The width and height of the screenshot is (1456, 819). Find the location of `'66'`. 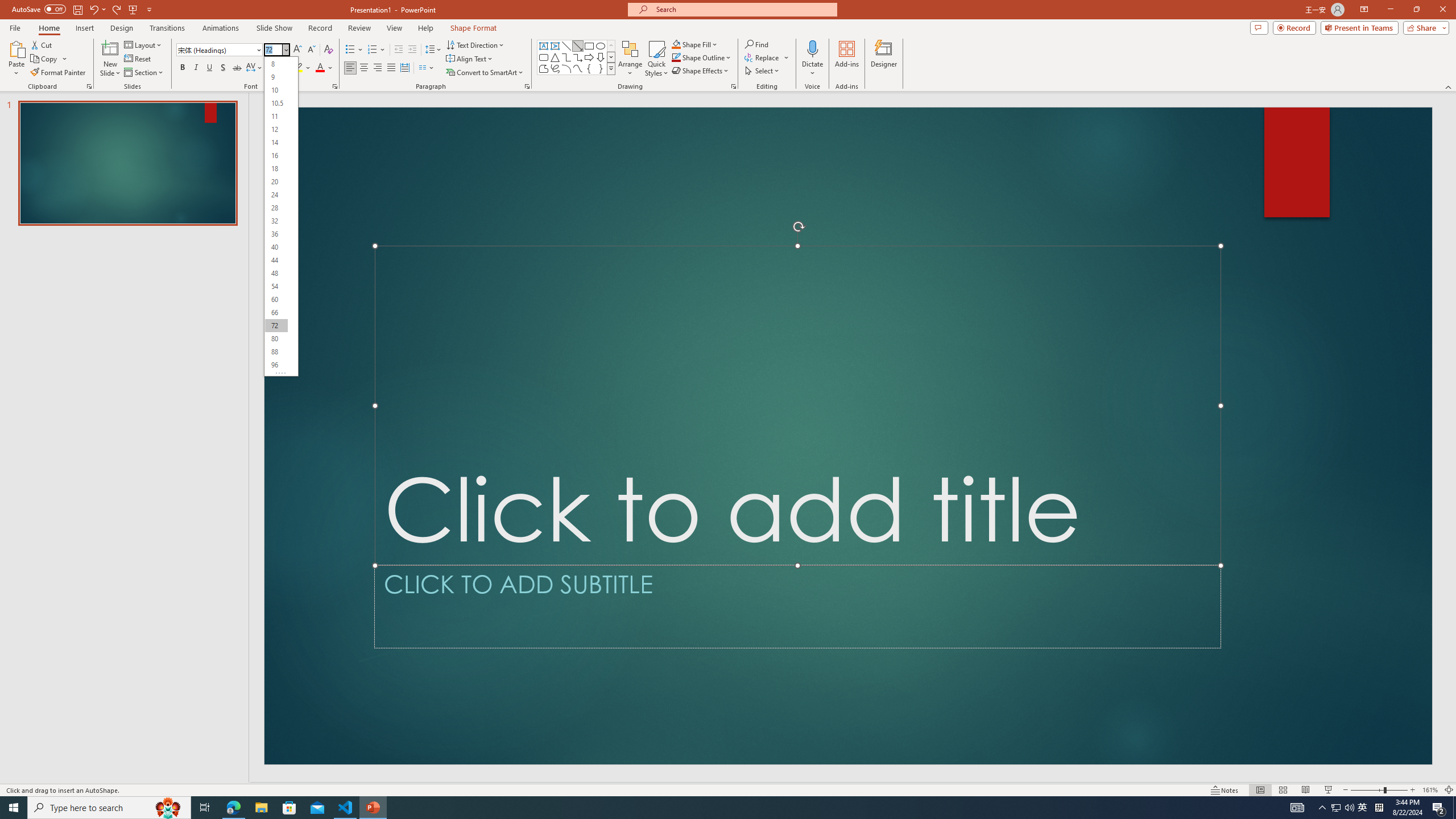

'66' is located at coordinates (276, 312).